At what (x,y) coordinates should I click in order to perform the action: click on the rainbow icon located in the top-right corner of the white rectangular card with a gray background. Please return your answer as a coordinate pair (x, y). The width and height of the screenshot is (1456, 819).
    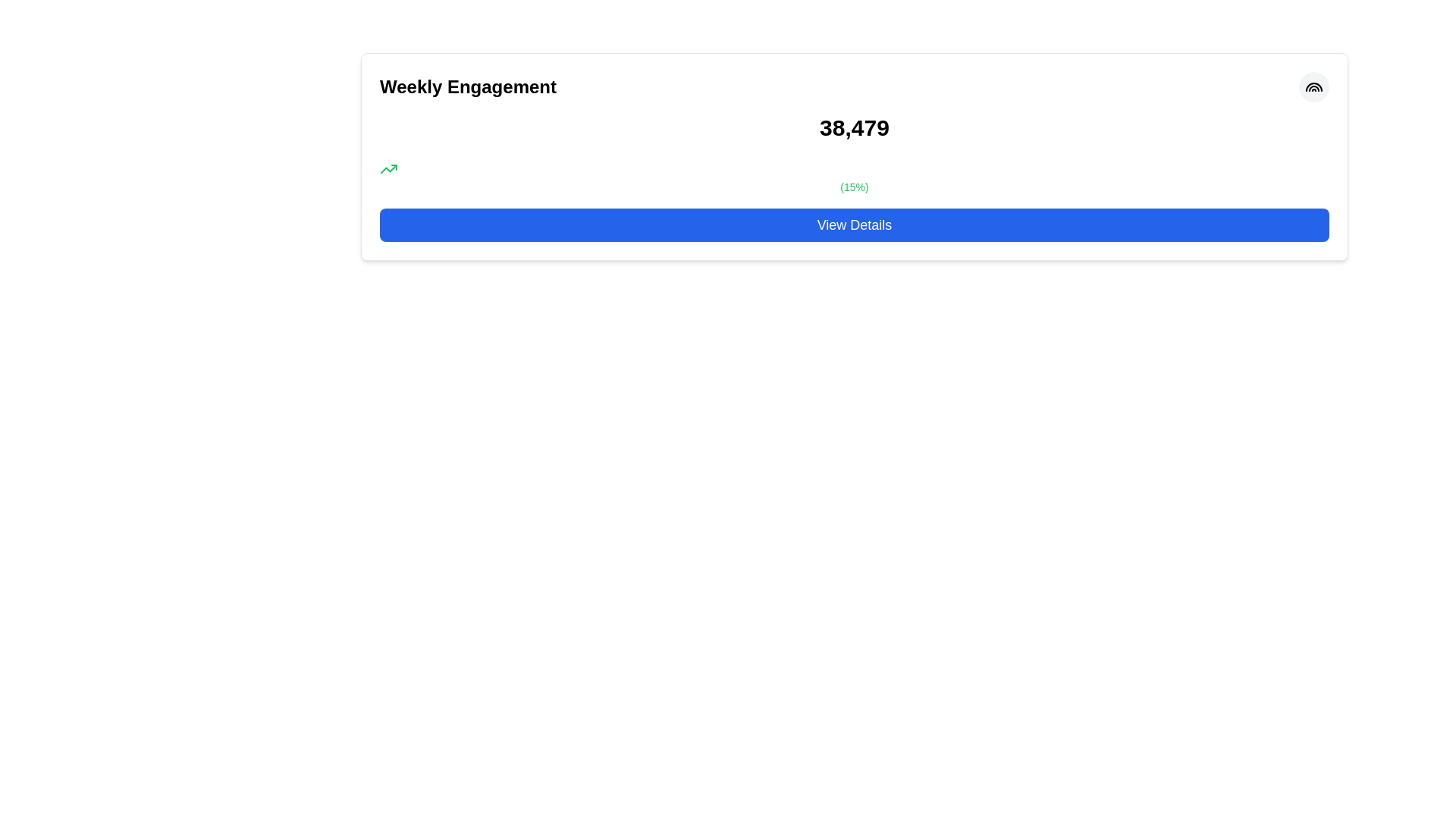
    Looking at the image, I should click on (1313, 87).